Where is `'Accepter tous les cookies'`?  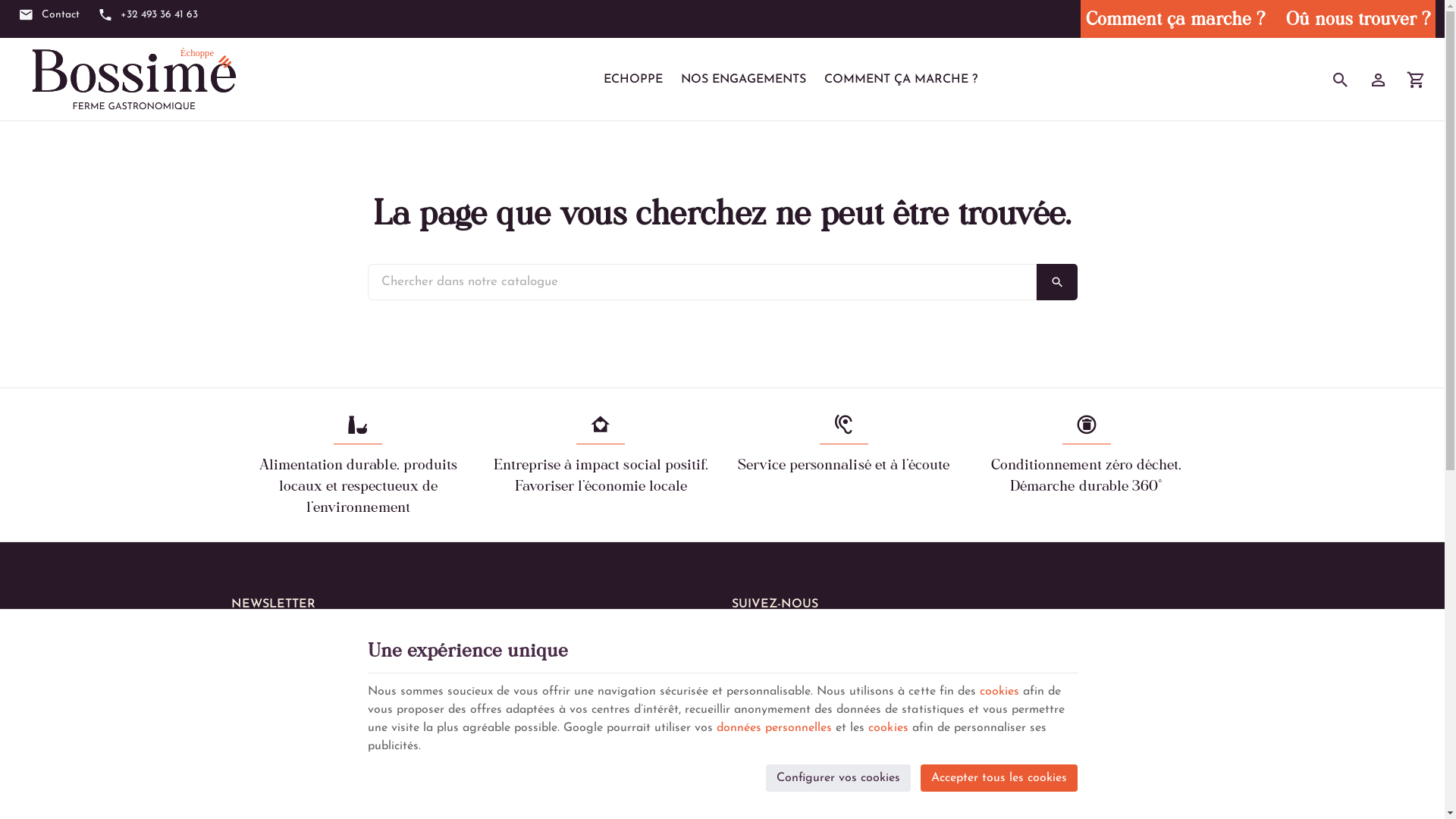
'Accepter tous les cookies' is located at coordinates (999, 778).